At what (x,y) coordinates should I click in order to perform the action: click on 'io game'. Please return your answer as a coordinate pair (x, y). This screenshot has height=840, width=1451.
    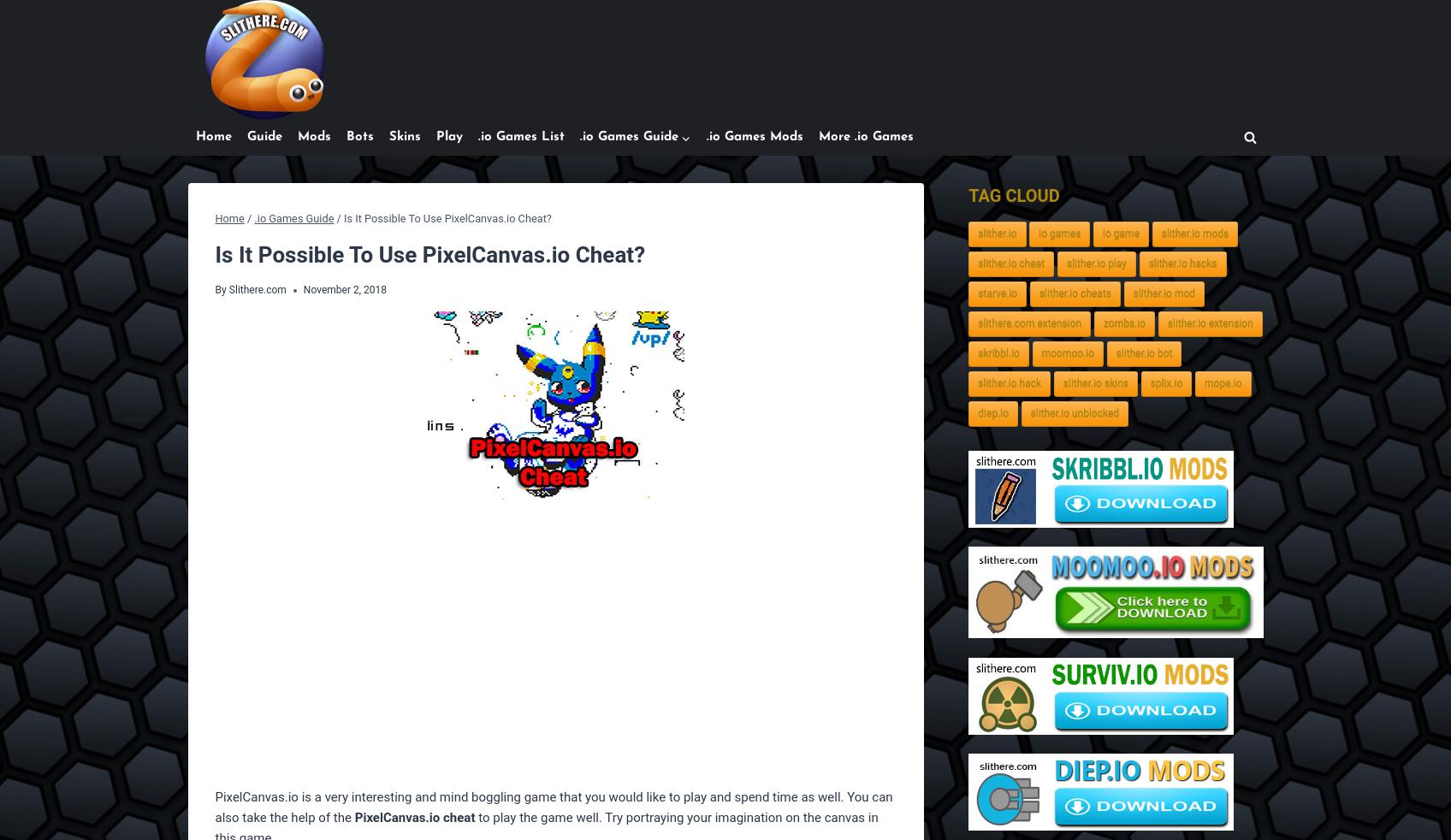
    Looking at the image, I should click on (1121, 234).